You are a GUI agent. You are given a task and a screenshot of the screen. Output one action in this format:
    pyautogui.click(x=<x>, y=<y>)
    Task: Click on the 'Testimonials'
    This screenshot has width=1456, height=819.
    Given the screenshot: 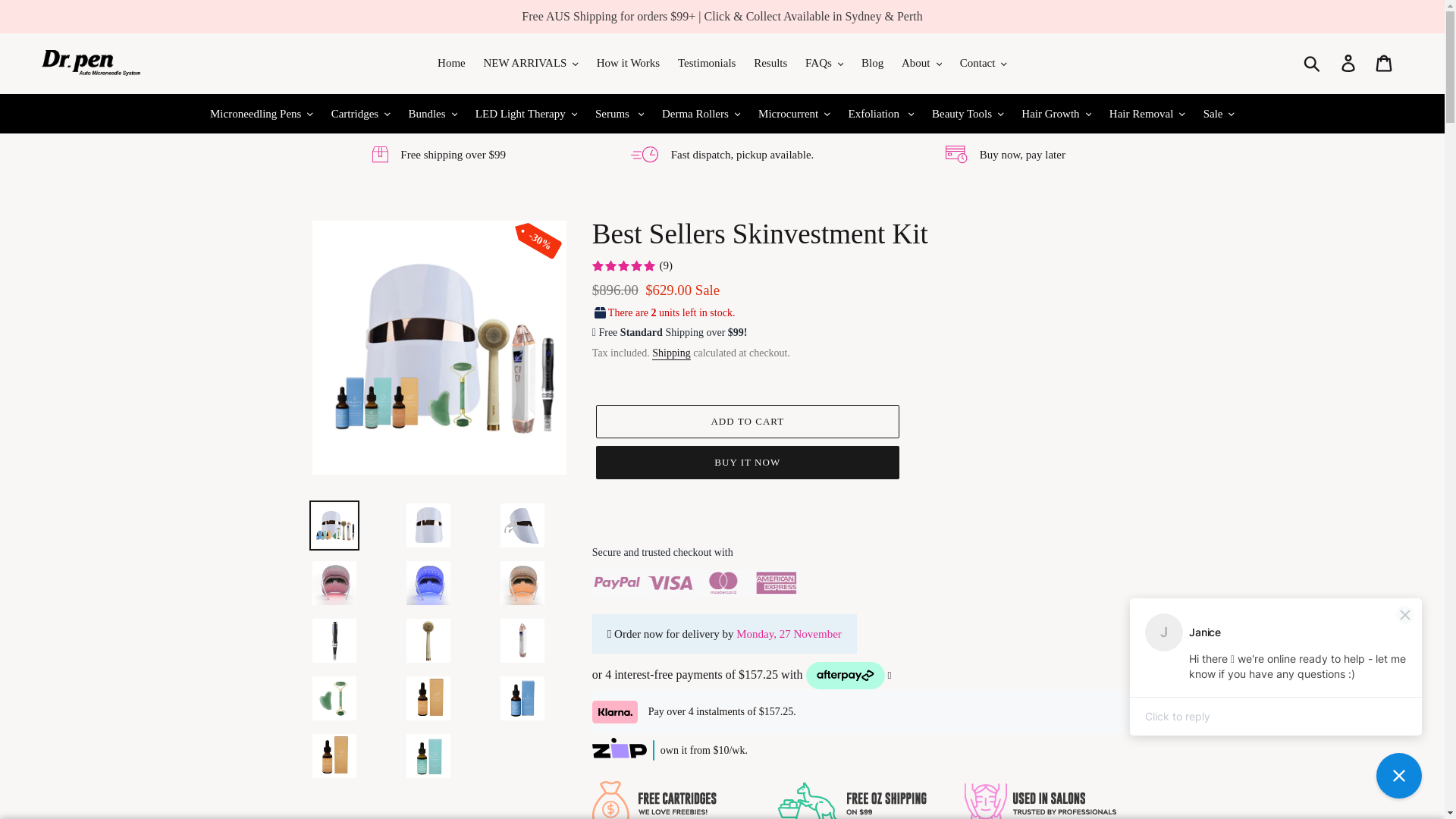 What is the action you would take?
    pyautogui.click(x=705, y=62)
    